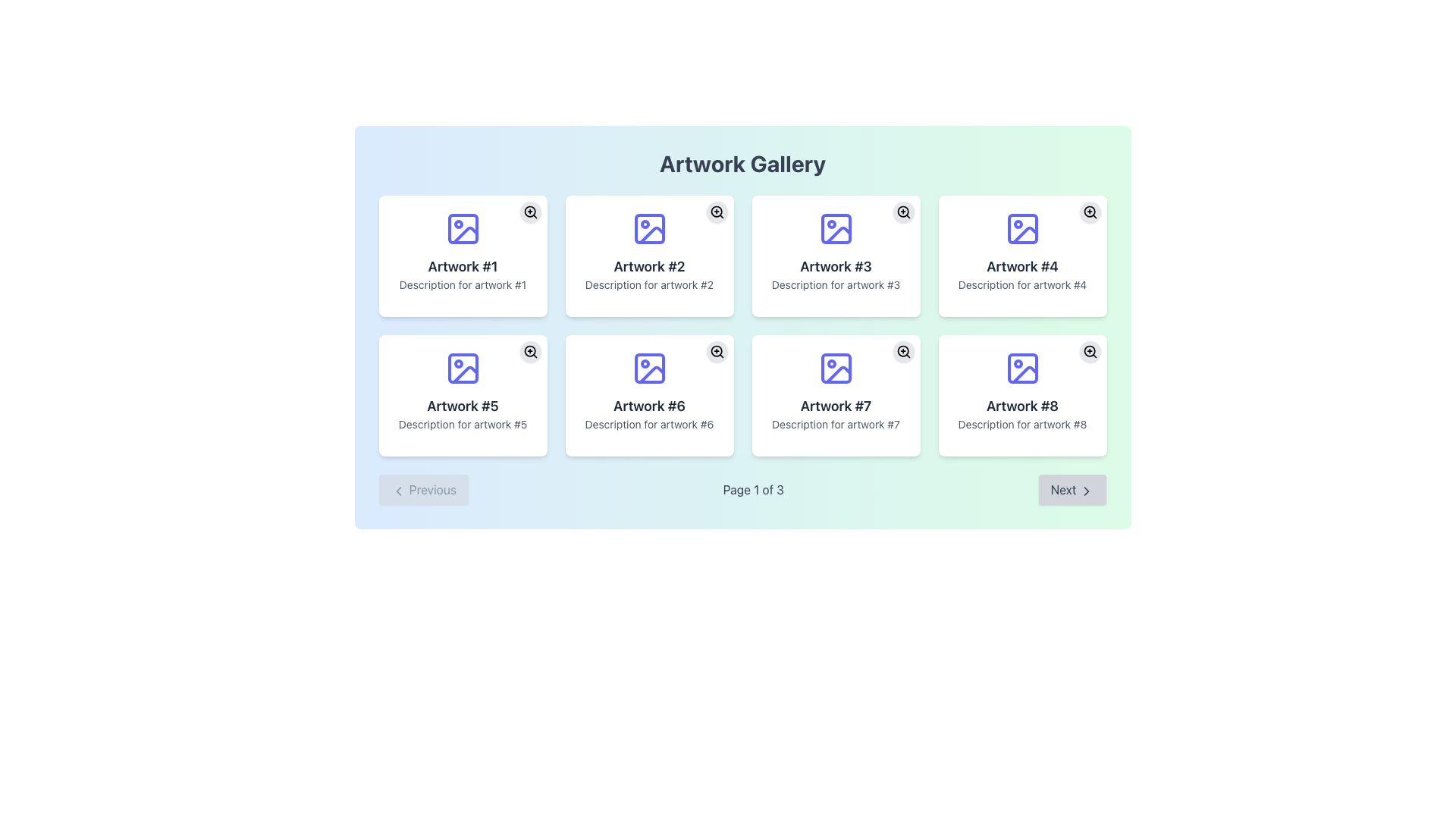 This screenshot has width=1456, height=819. What do you see at coordinates (1022, 394) in the screenshot?
I see `the fourth card in the second row of the grid layout, which contains the heading 'Artwork #8' and an interactive magnifying glass icon` at bounding box center [1022, 394].